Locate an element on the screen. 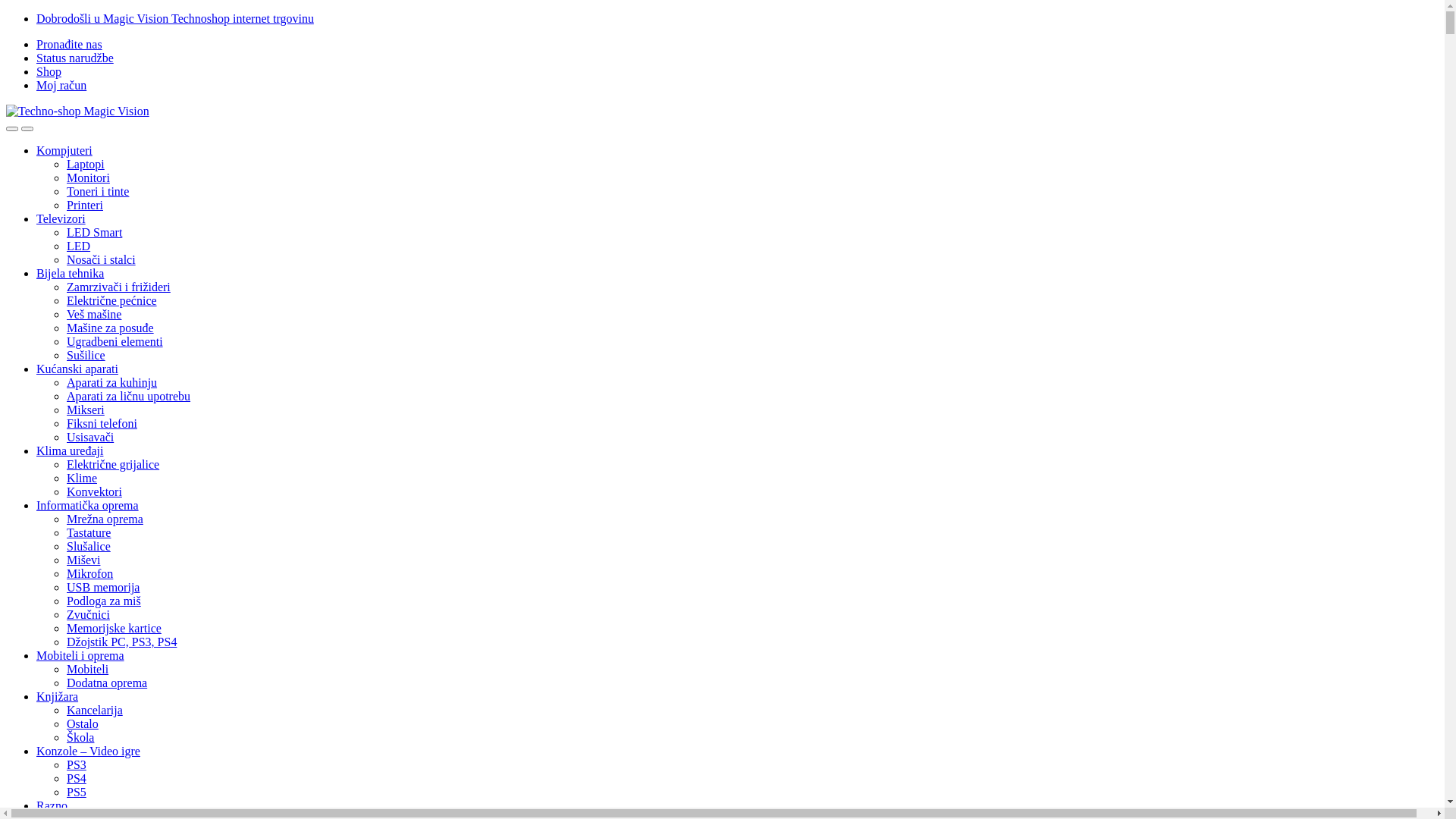 This screenshot has width=1456, height=819. 'USB memorija' is located at coordinates (65, 586).